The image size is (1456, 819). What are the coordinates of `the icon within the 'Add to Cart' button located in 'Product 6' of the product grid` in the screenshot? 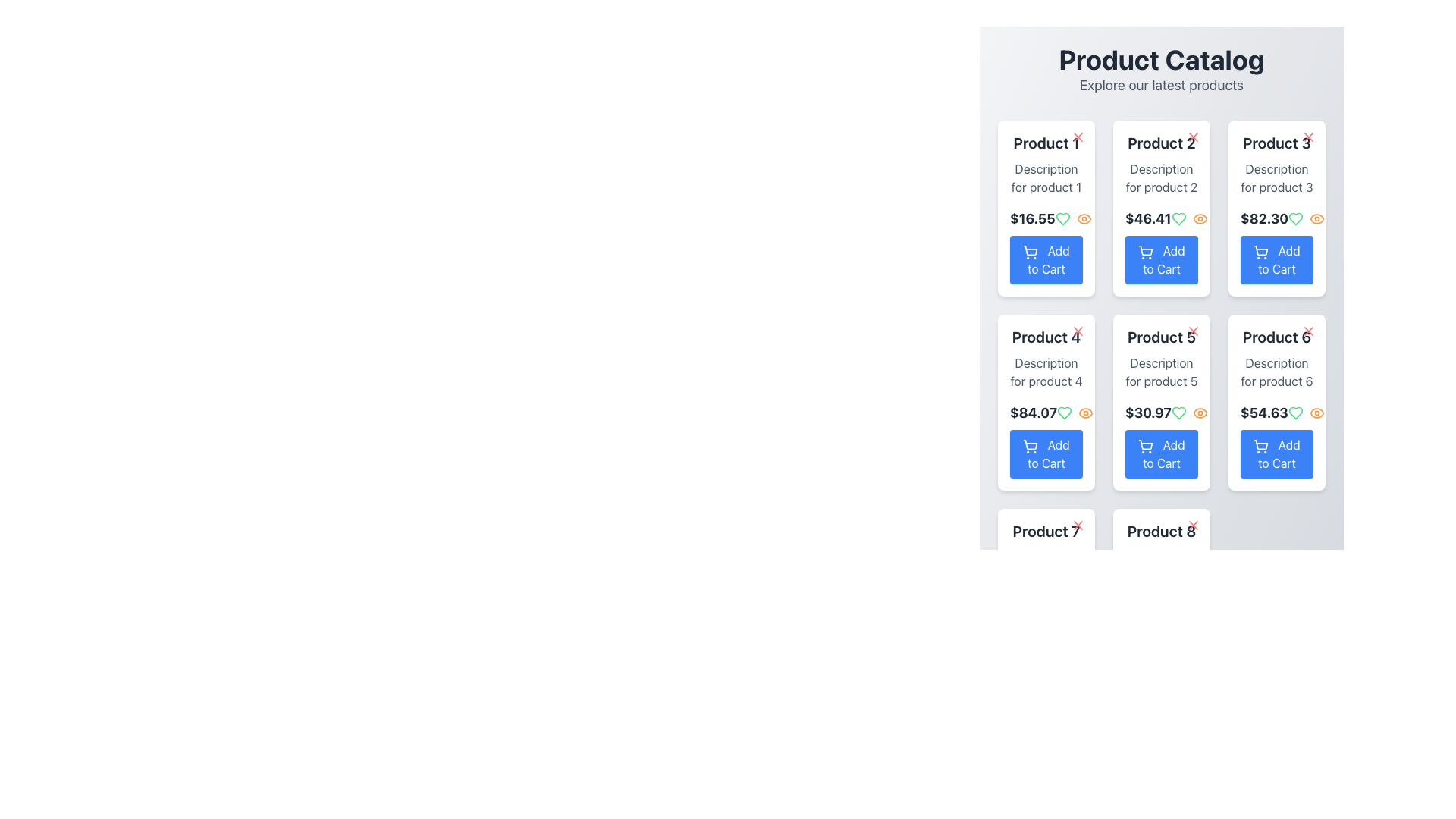 It's located at (1261, 445).